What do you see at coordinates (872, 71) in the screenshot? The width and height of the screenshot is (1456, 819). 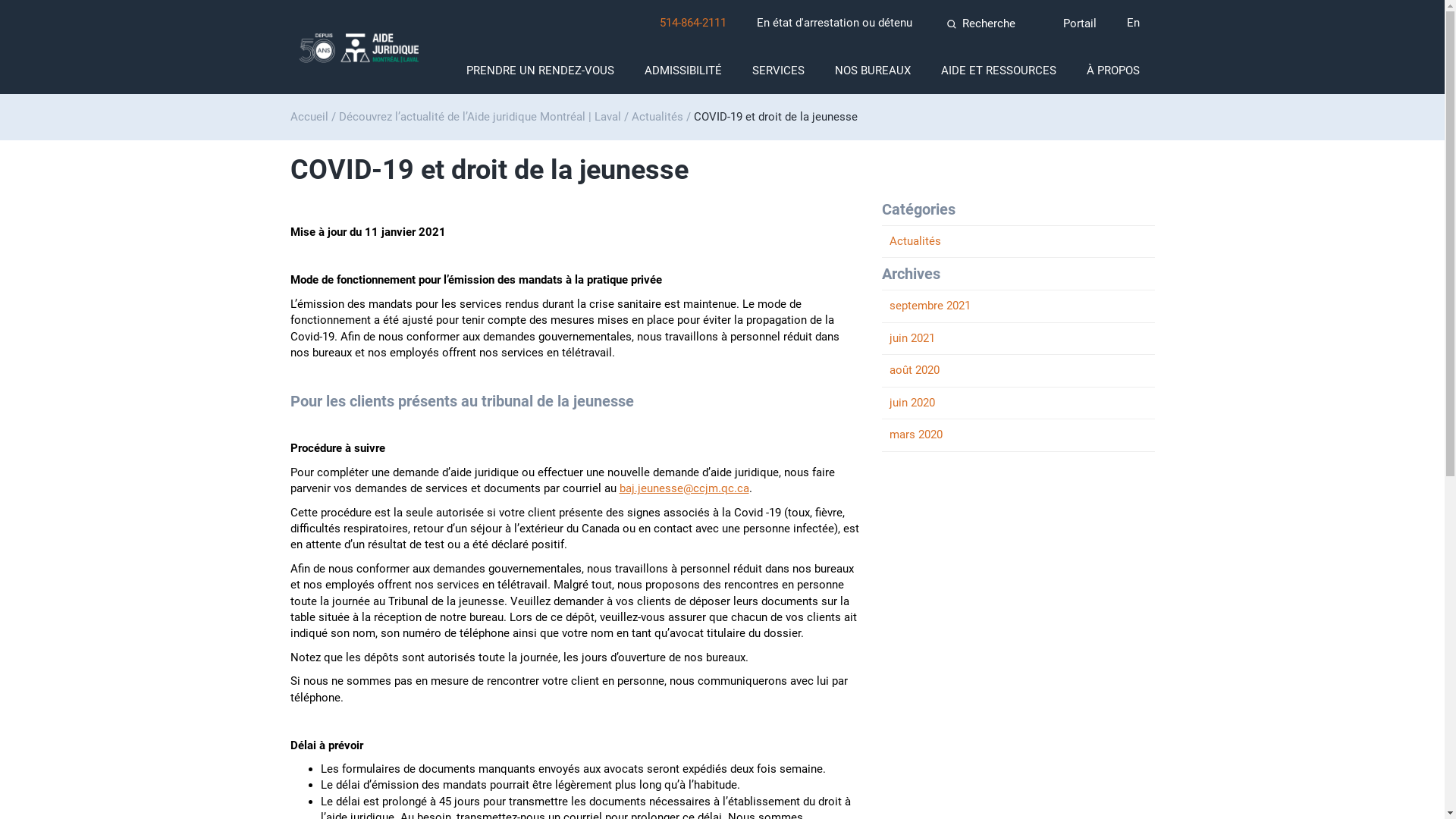 I see `'NOS BUREAUX'` at bounding box center [872, 71].